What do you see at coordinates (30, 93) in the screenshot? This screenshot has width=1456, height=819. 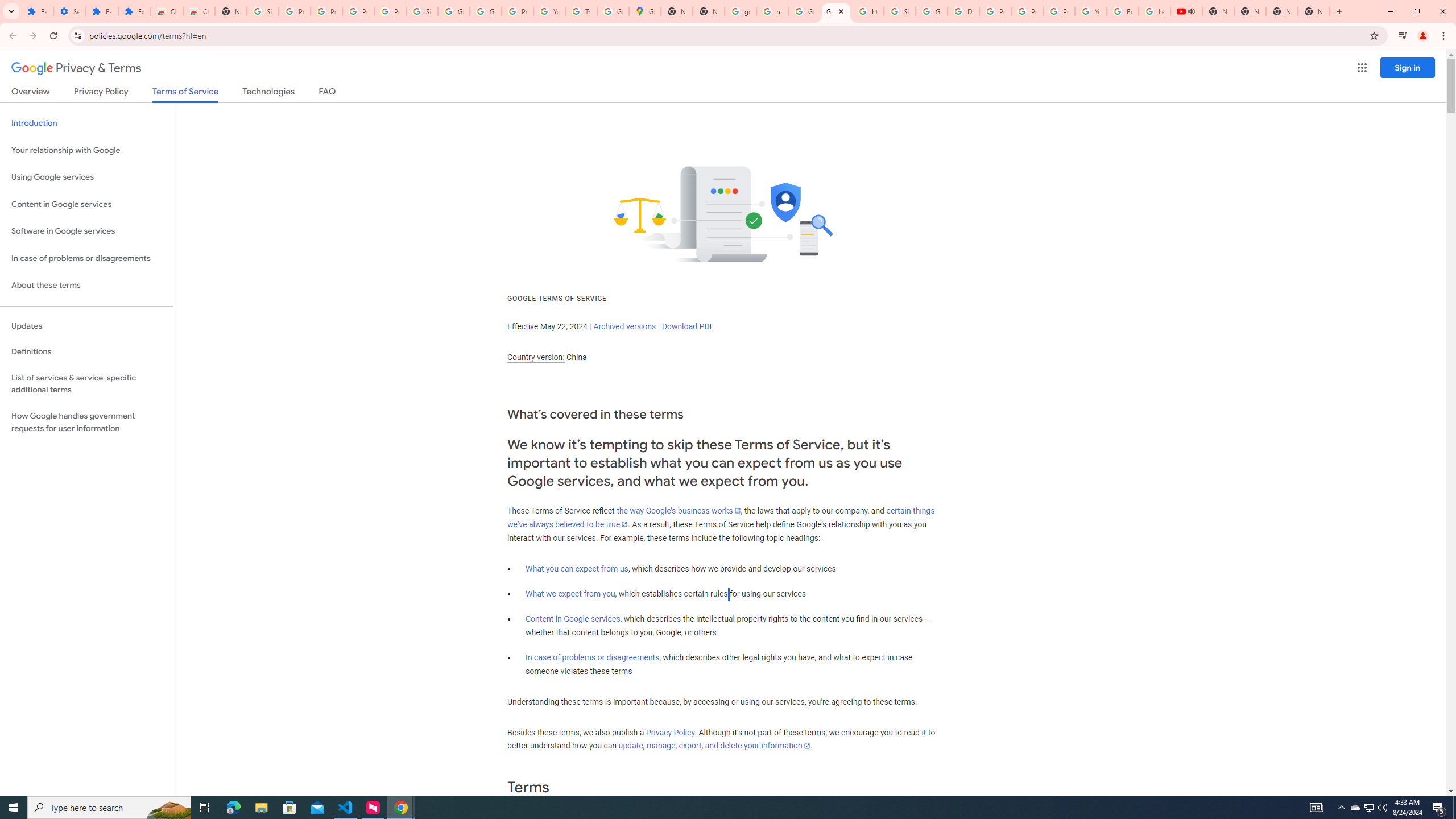 I see `'Overview'` at bounding box center [30, 93].